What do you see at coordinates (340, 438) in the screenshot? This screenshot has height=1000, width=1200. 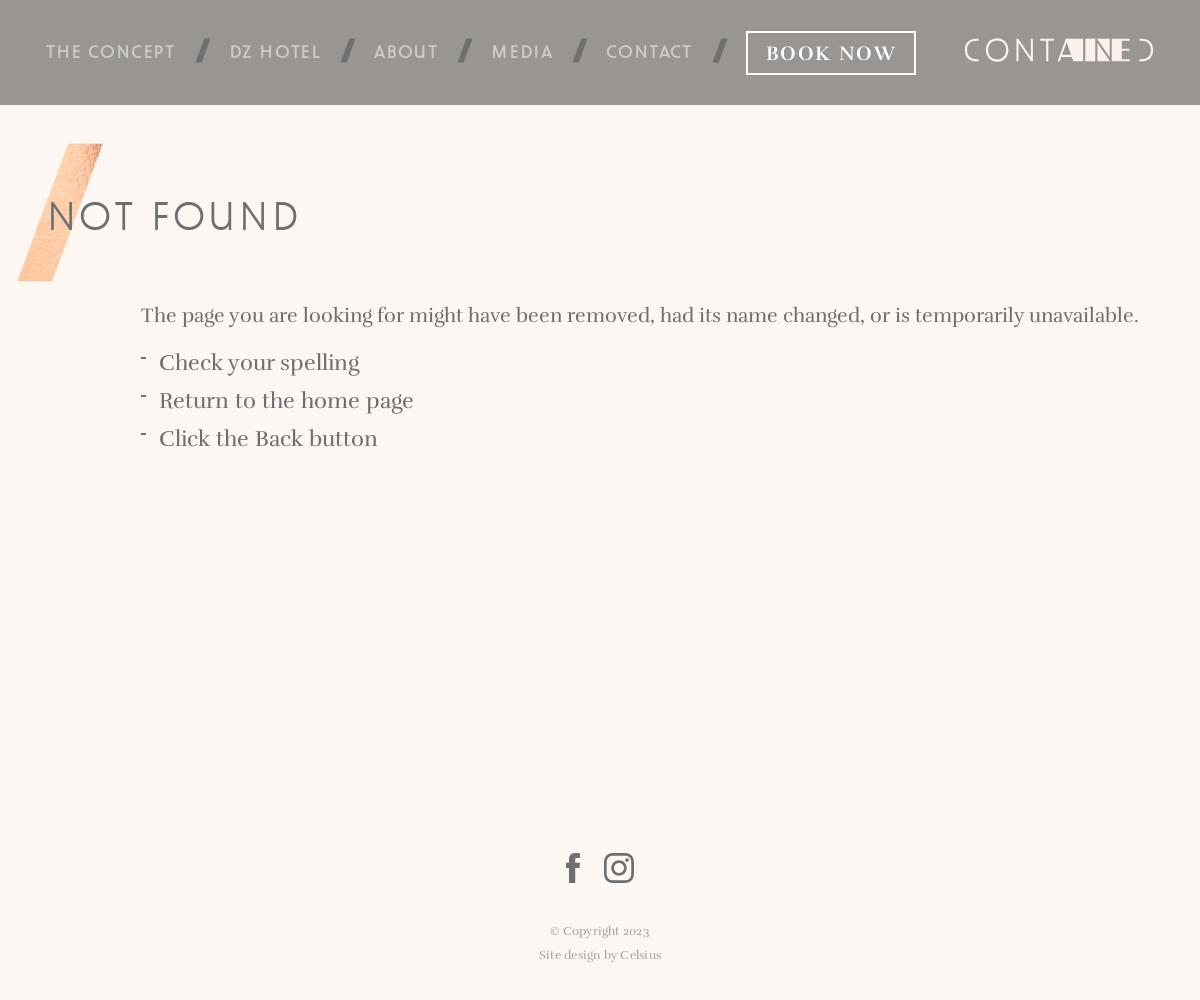 I see `'button'` at bounding box center [340, 438].